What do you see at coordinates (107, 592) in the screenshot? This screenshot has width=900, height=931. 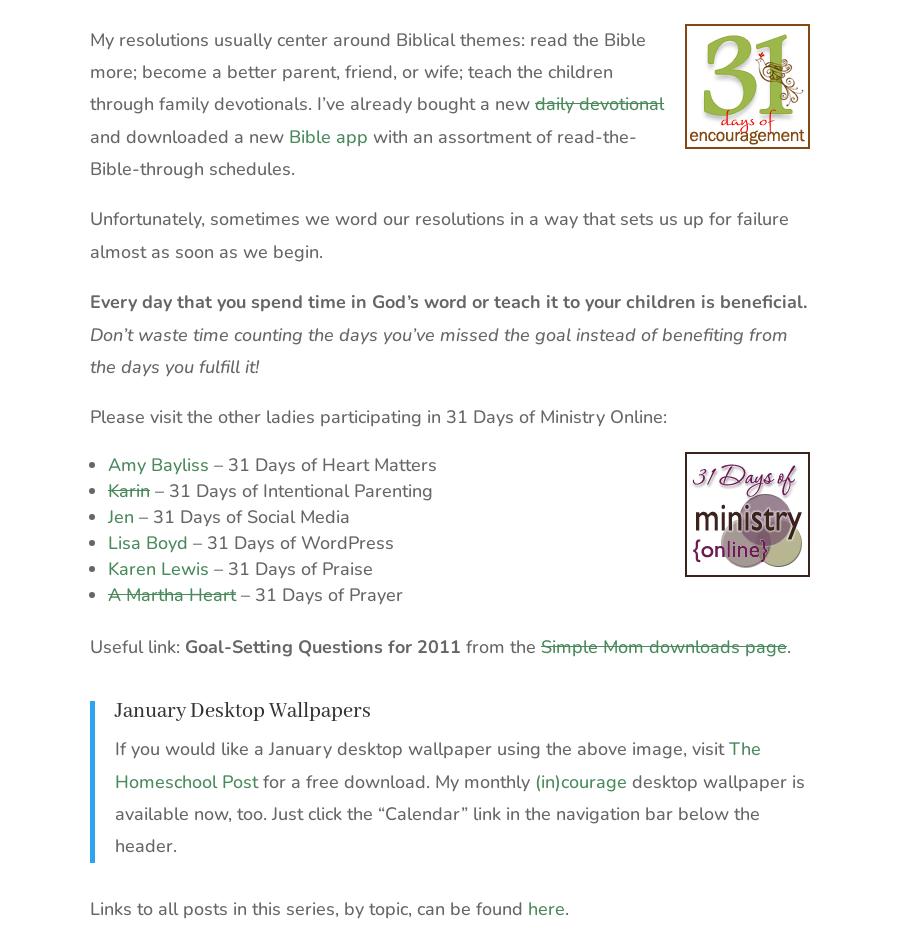 I see `'A Martha Heart'` at bounding box center [107, 592].